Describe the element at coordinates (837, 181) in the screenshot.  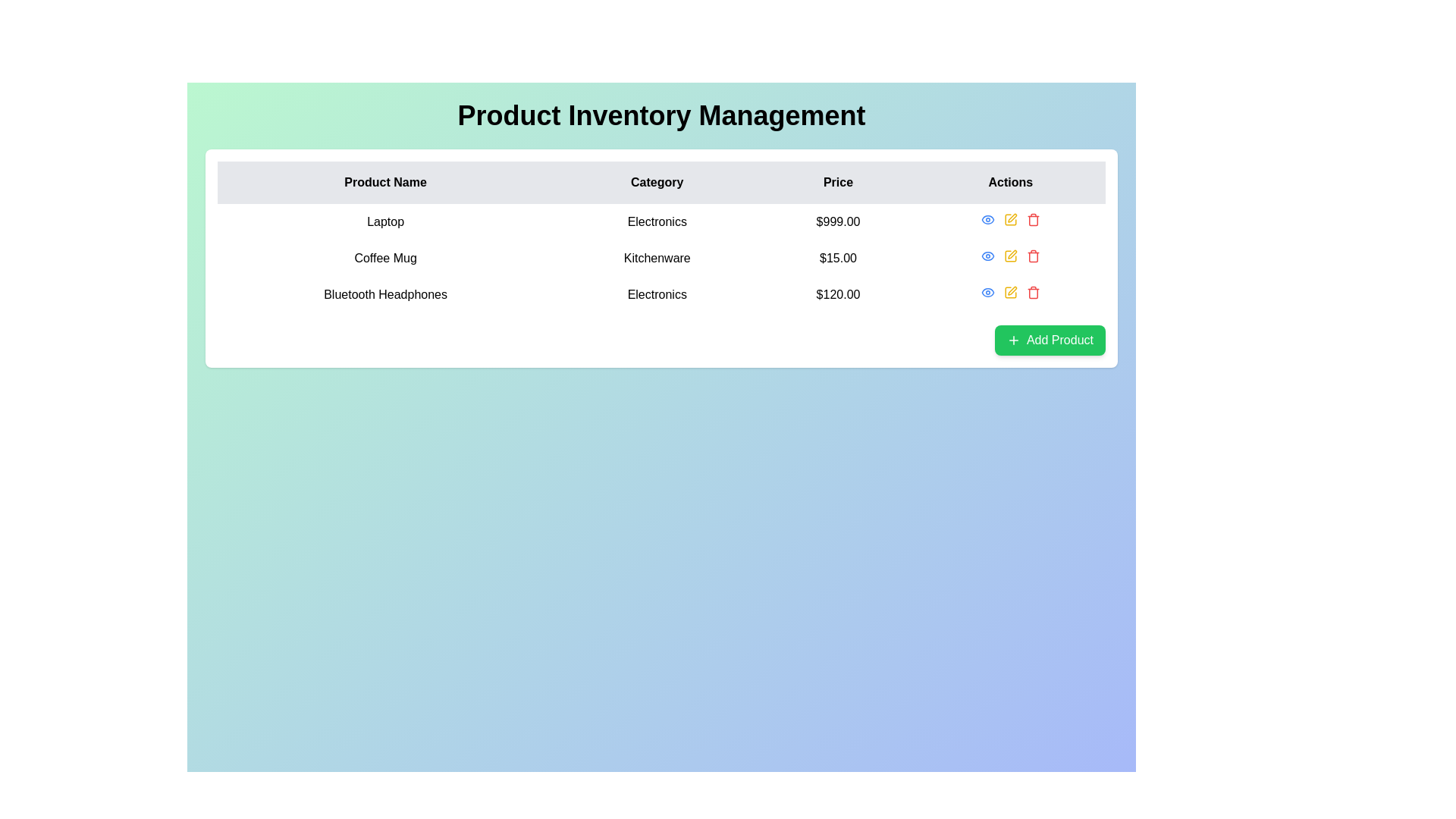
I see `the 'Price' text label, which is a bold black font on a light gray background located in the header row of a table, positioned between 'Category' and 'Actions'` at that location.